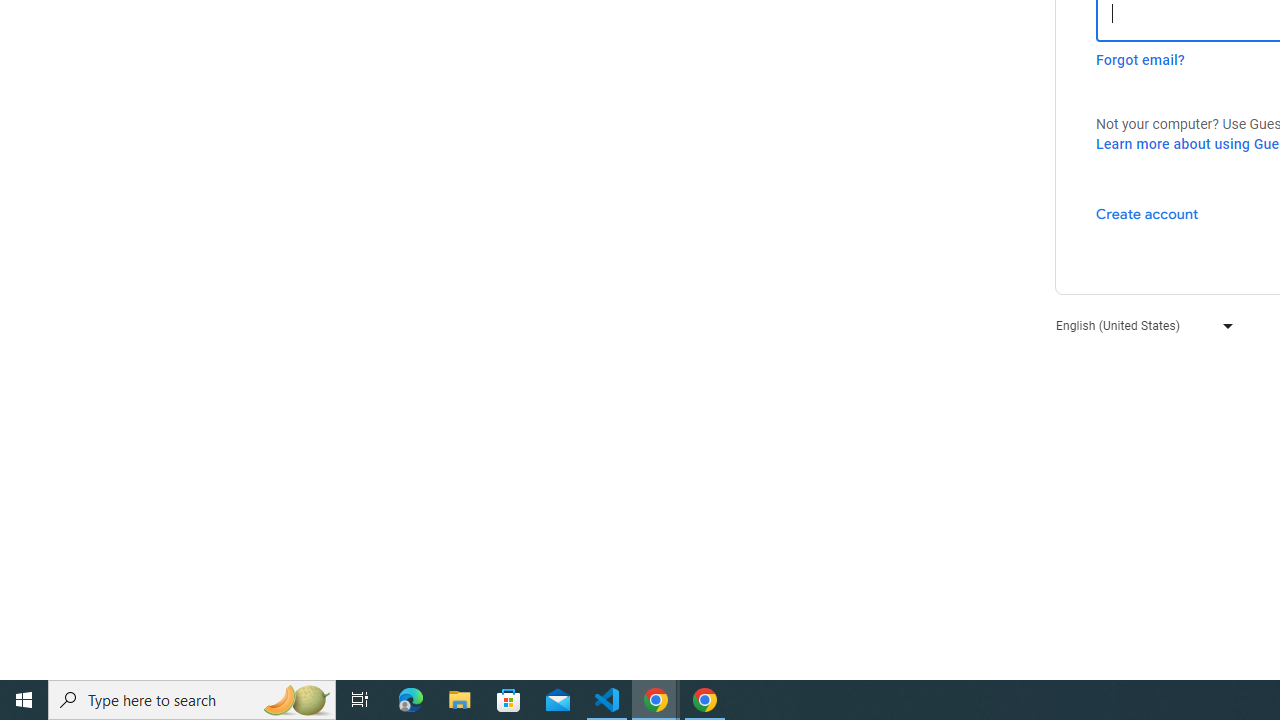  What do you see at coordinates (1146, 213) in the screenshot?
I see `'Create account'` at bounding box center [1146, 213].